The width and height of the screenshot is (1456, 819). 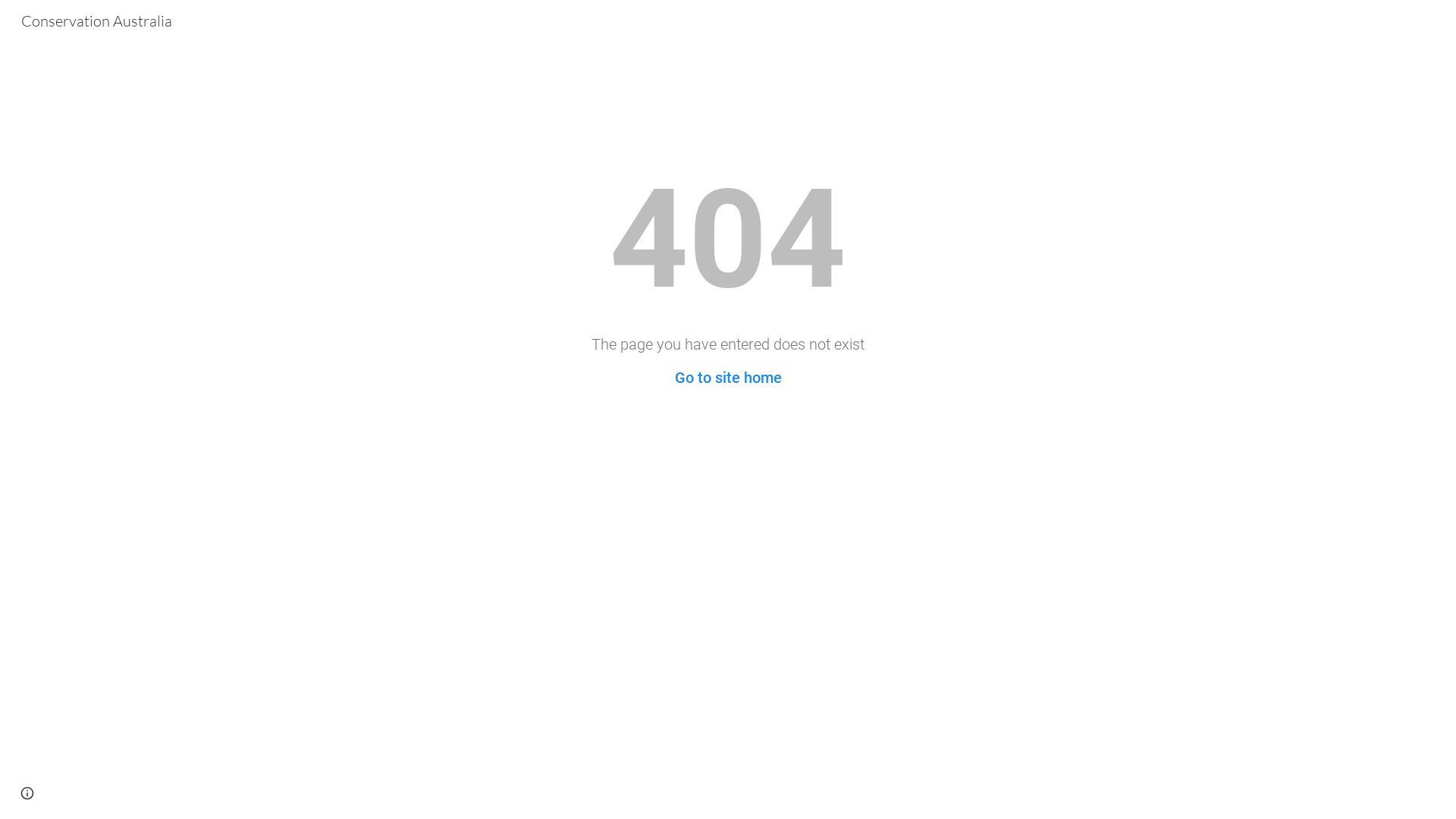 What do you see at coordinates (728, 376) in the screenshot?
I see `'Go to site home'` at bounding box center [728, 376].